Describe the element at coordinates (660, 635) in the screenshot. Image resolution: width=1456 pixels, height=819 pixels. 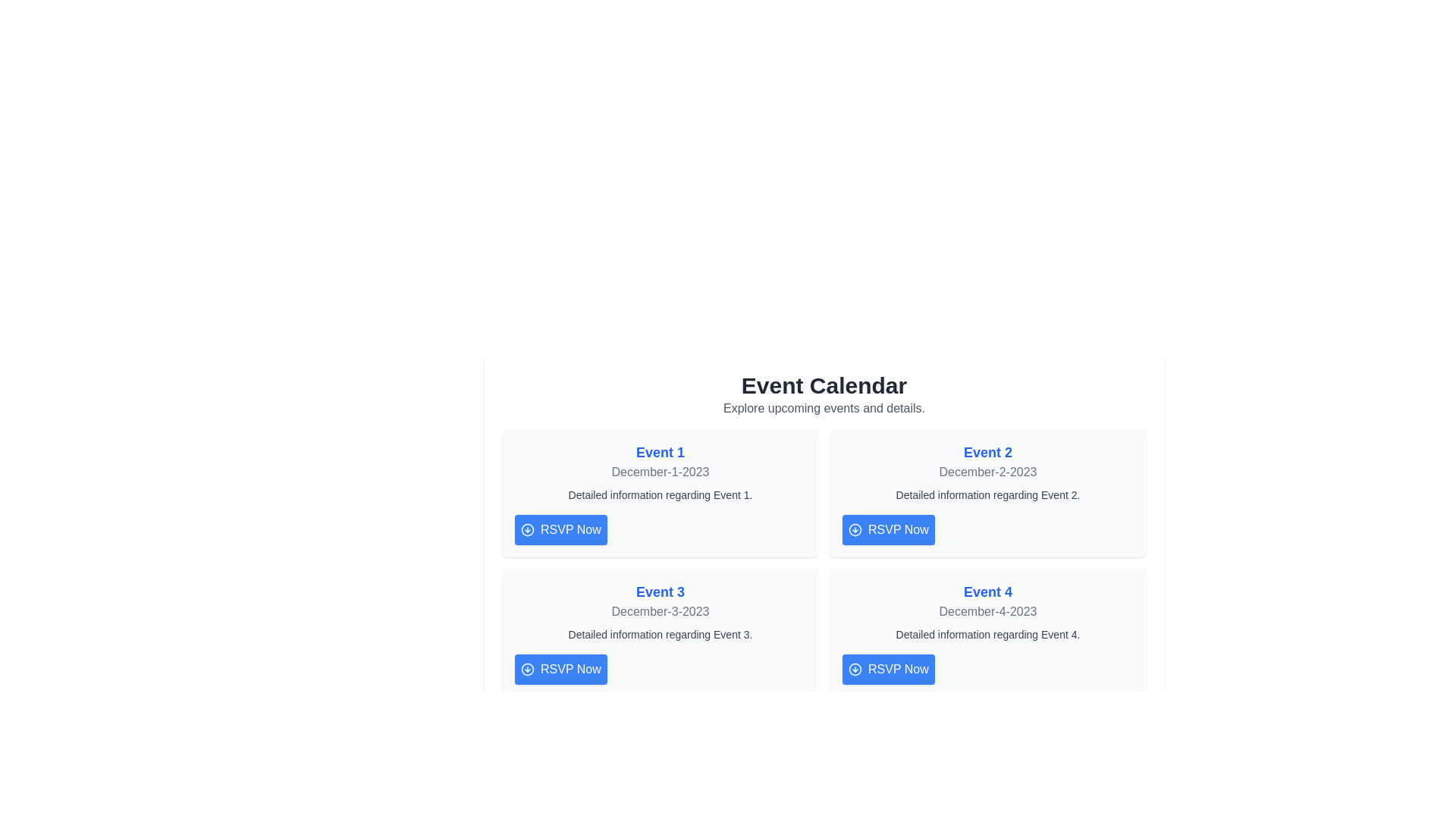
I see `the text label that displays 'Detailed information regarding Event 3.' located within the event card in the third column of the second row of the grid layout` at that location.